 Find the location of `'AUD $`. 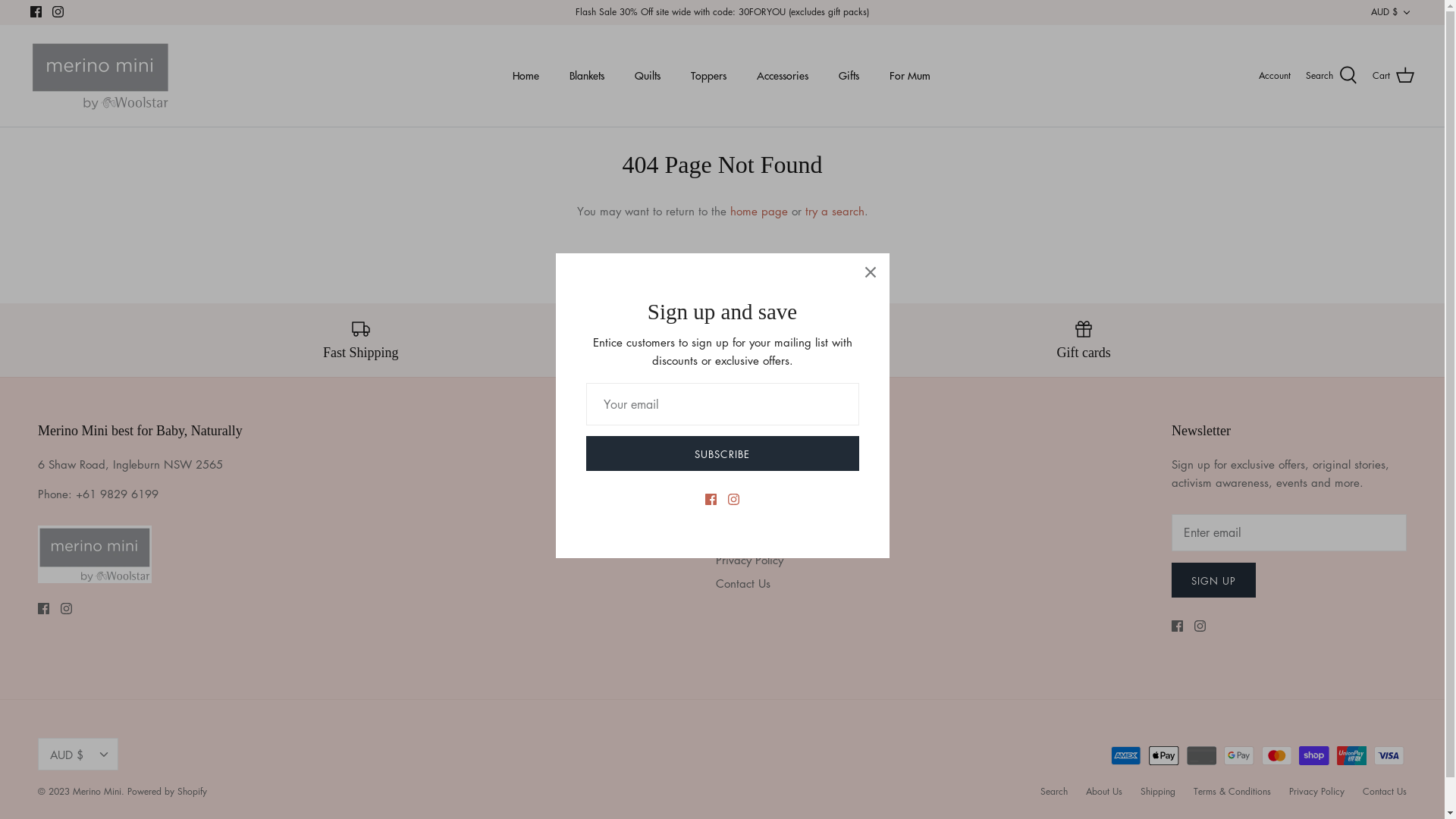

'AUD $ is located at coordinates (1392, 12).